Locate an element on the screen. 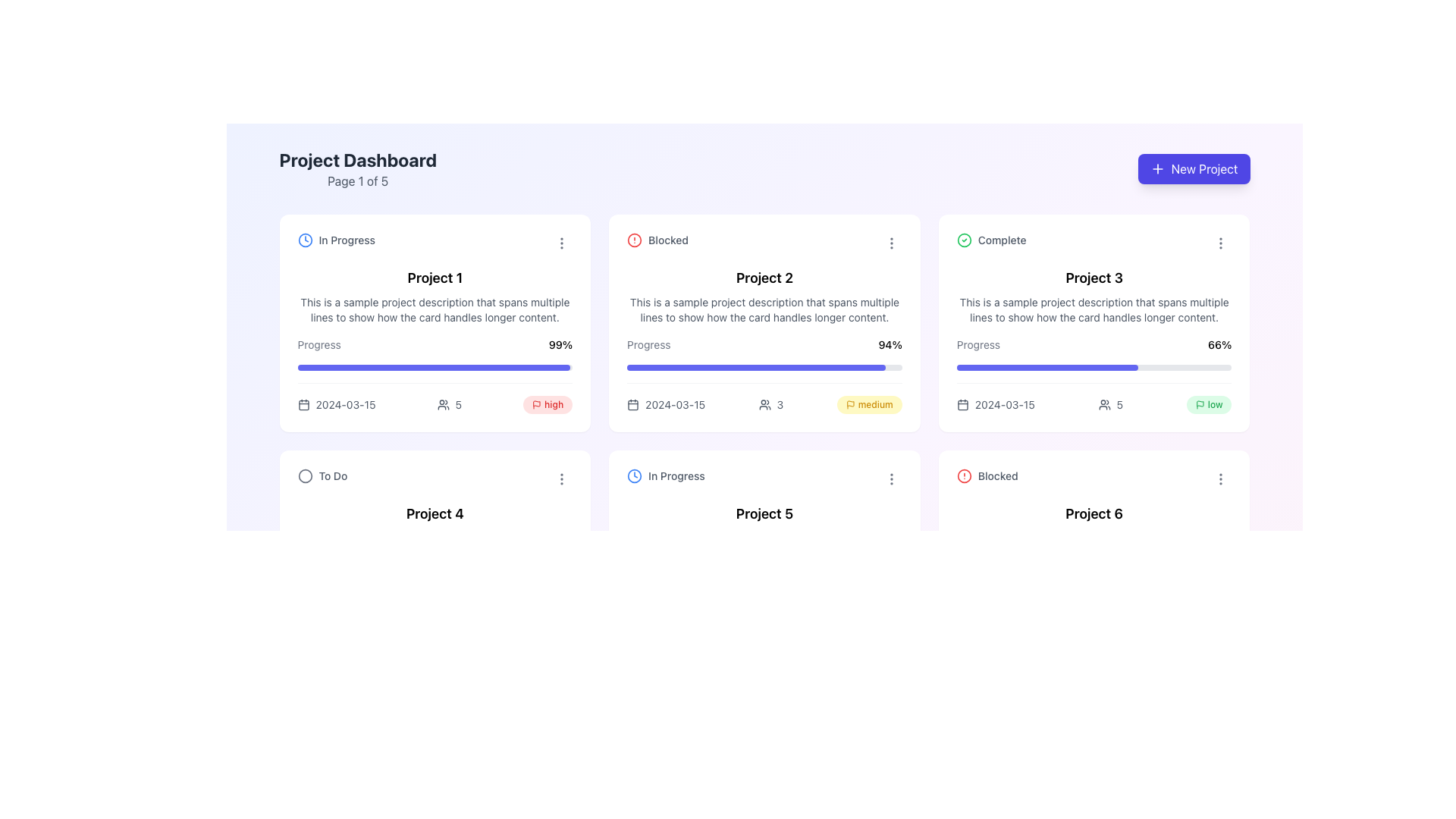 This screenshot has width=1456, height=819. the SVG circle that represents progress within the clock icon in the 'In Progress' project card for 'Project 1' is located at coordinates (635, 475).